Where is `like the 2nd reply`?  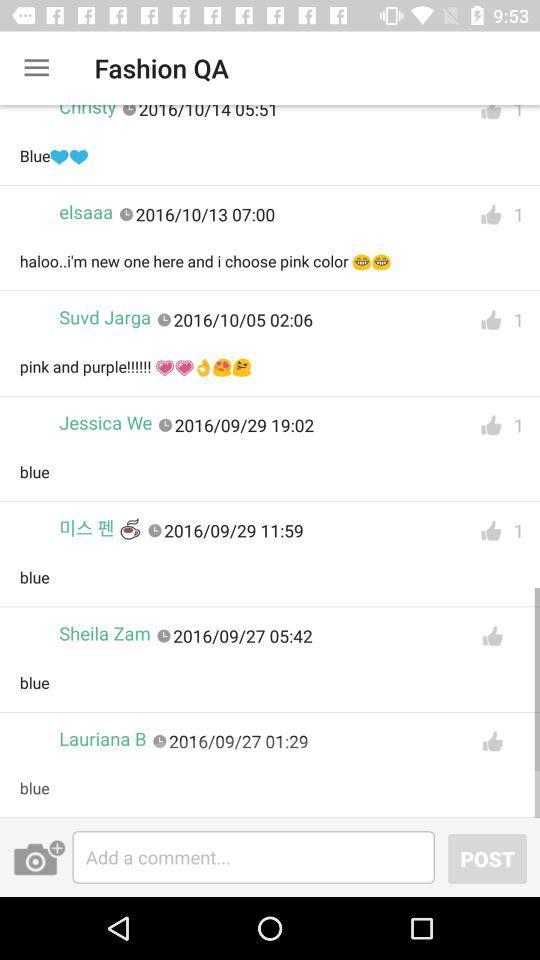
like the 2nd reply is located at coordinates (490, 215).